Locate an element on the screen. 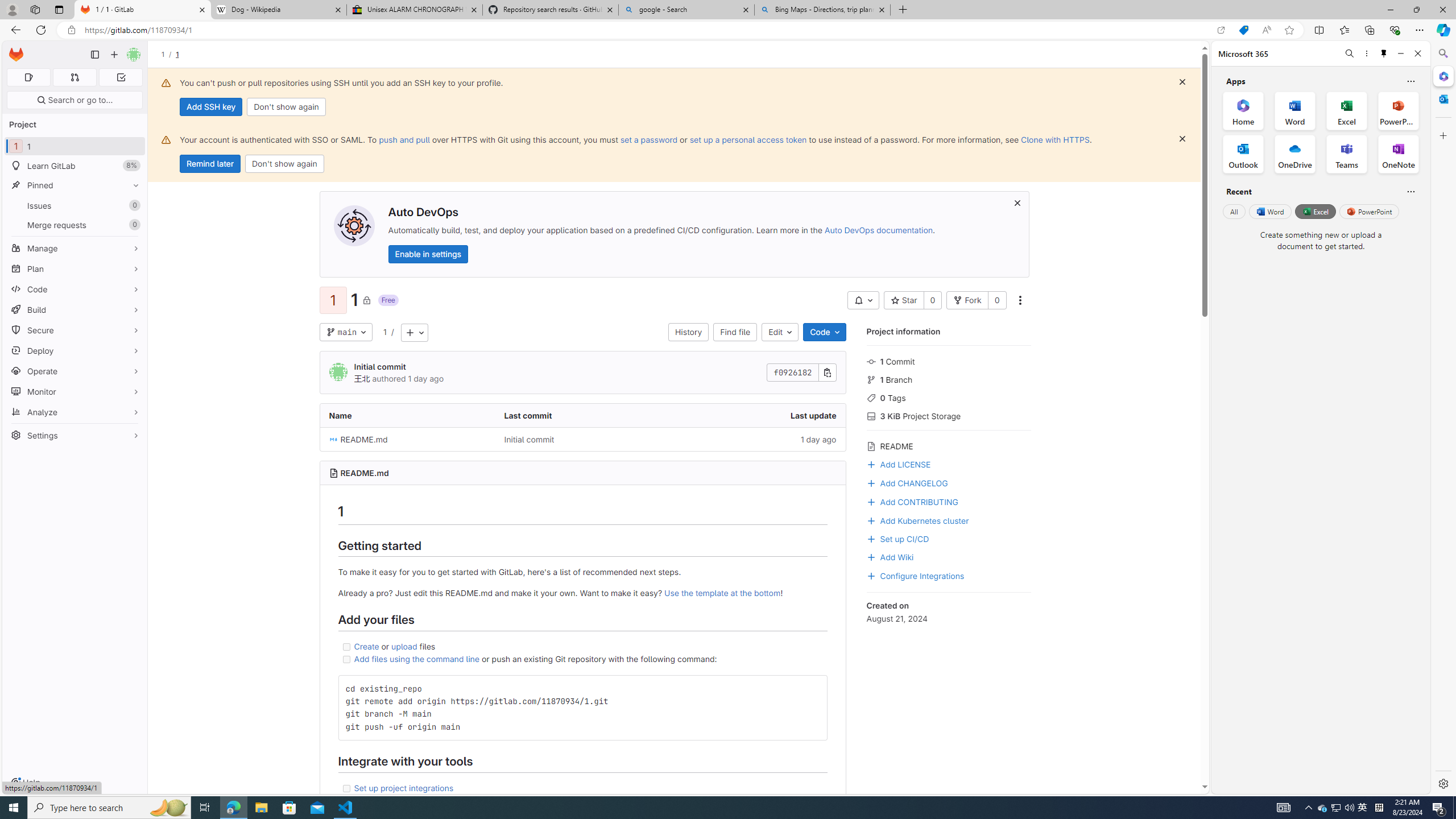  'Last update' is located at coordinates (758, 415).